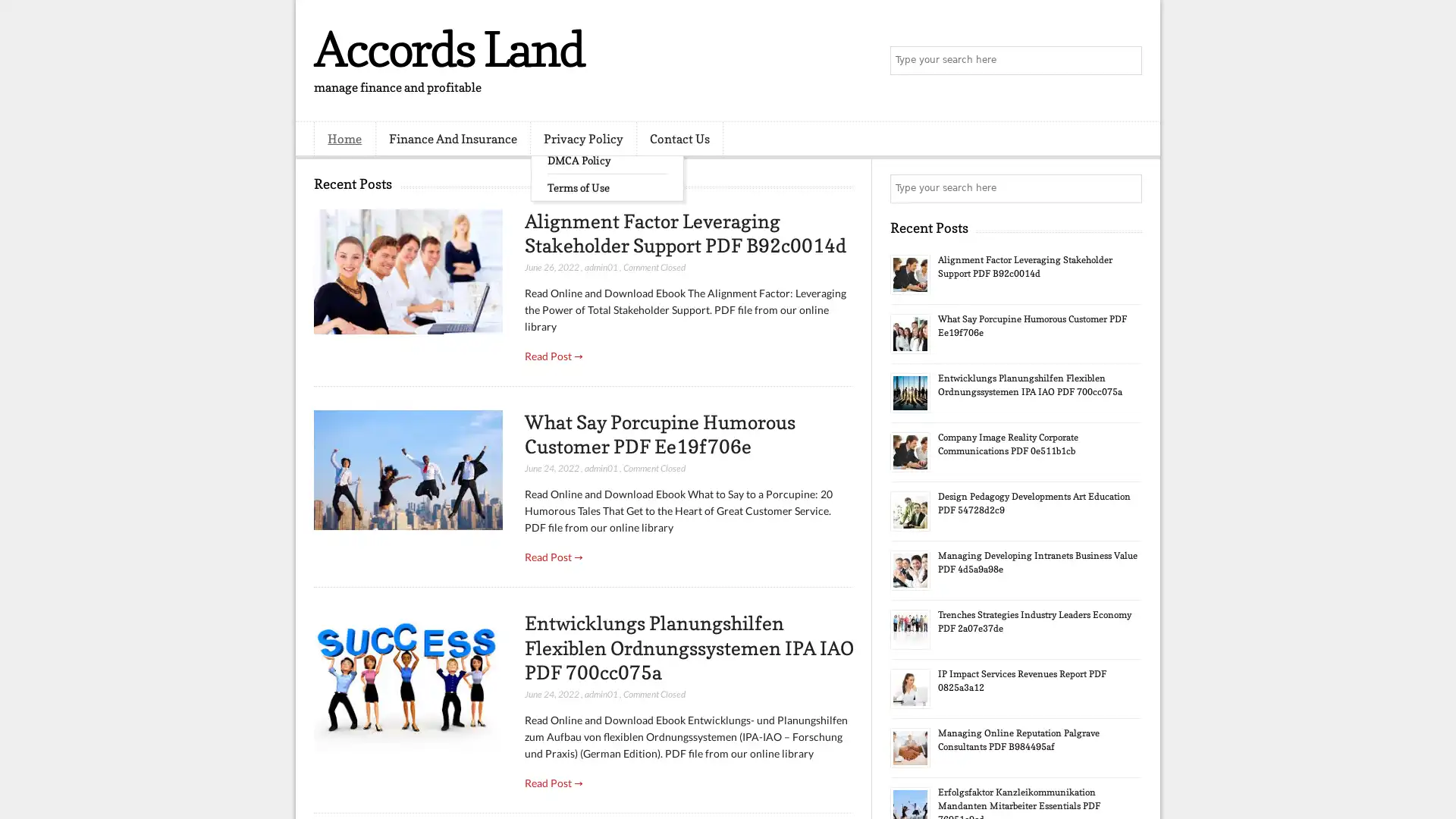  Describe the element at coordinates (1126, 188) in the screenshot. I see `Search` at that location.